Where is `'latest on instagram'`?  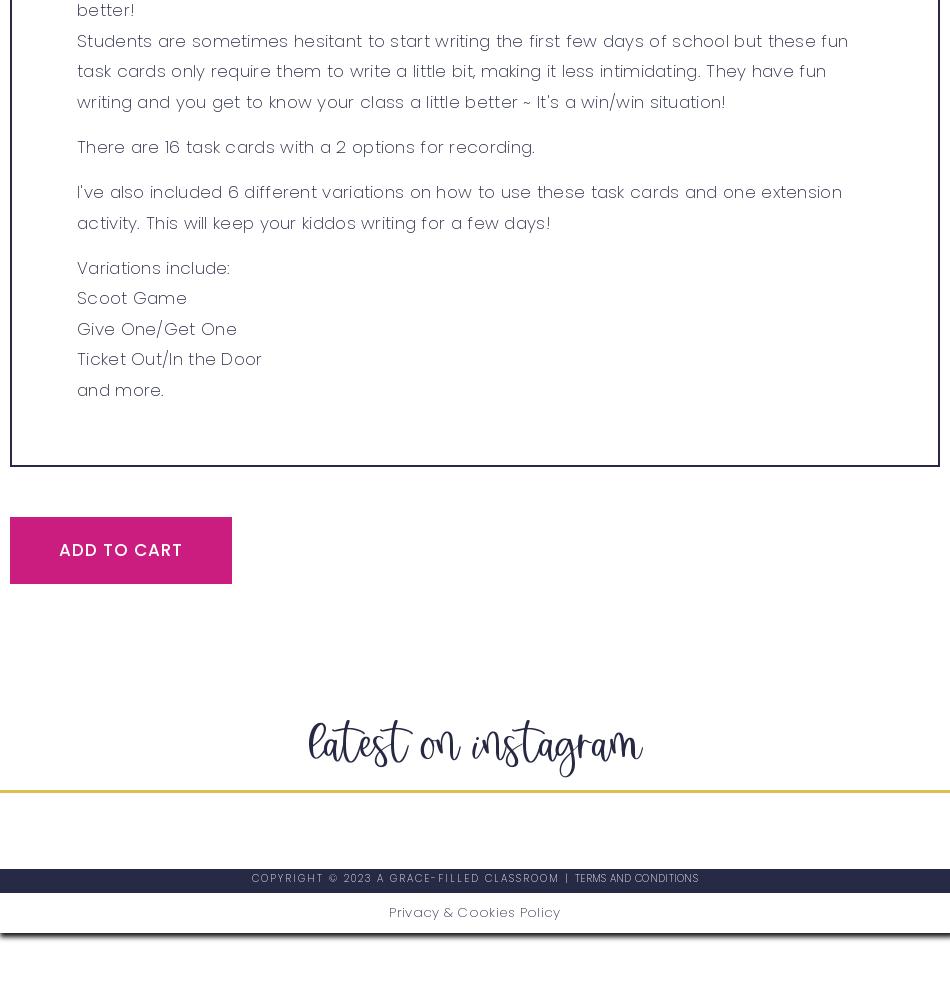 'latest on instagram' is located at coordinates (306, 745).